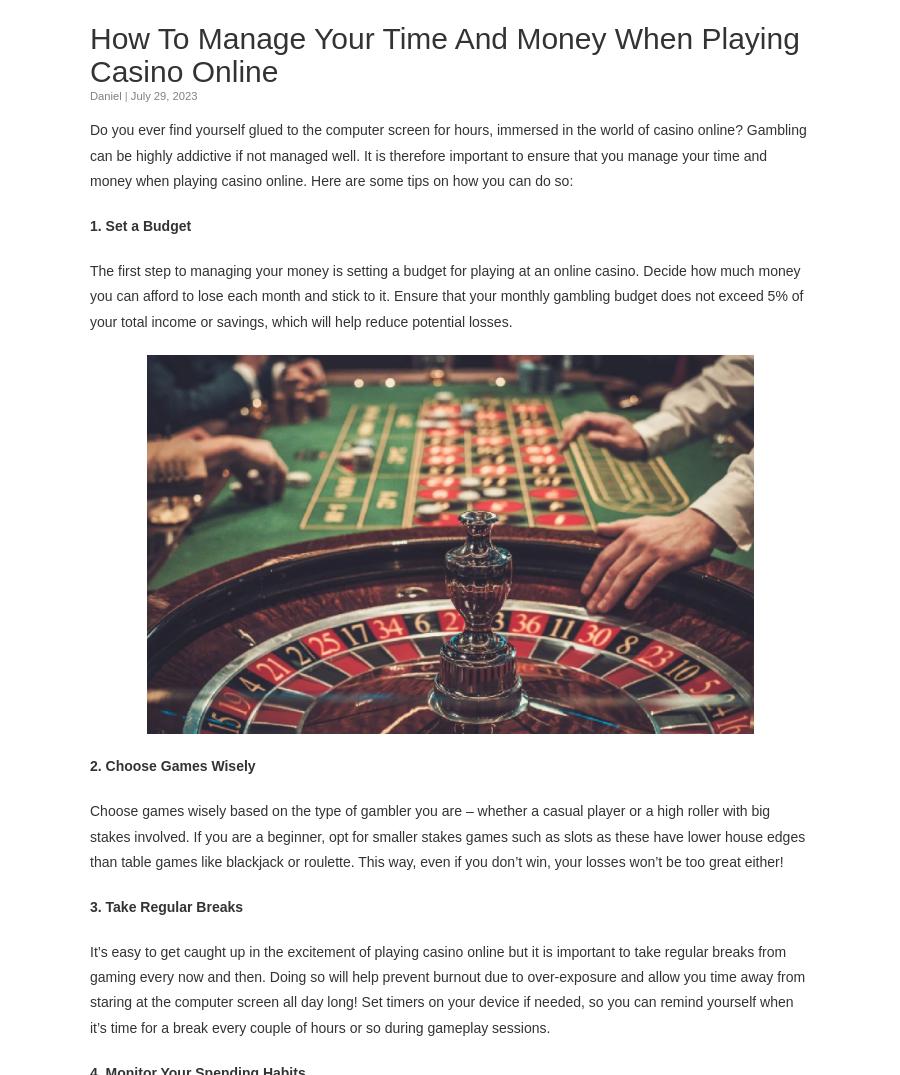 This screenshot has width=900, height=1075. I want to click on 'Daniel', so click(104, 95).